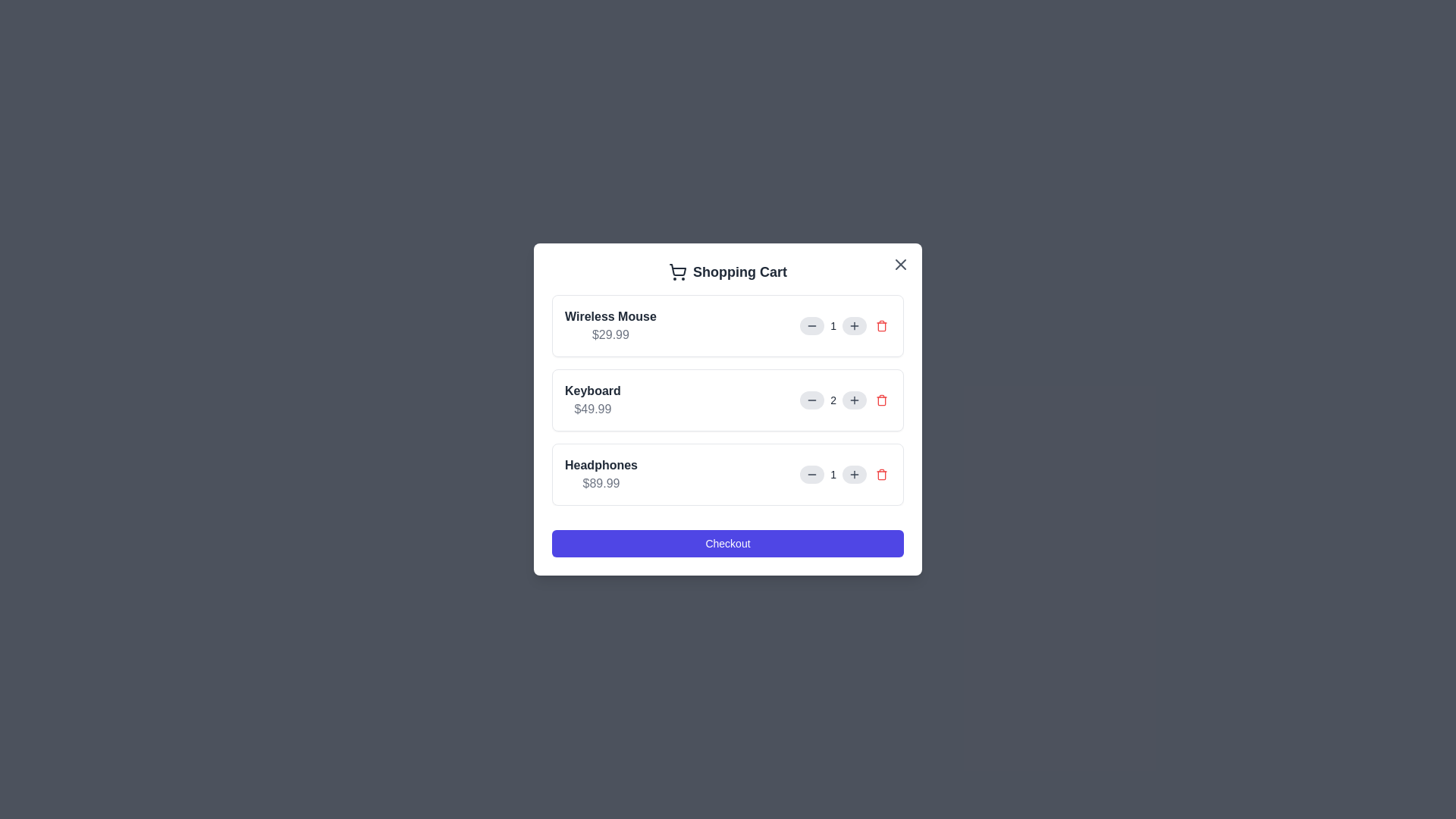  I want to click on current quantity displayed in the shopping cart, which is indicated by the numeral between the decrement '-' and increment '+' buttons, so click(833, 400).